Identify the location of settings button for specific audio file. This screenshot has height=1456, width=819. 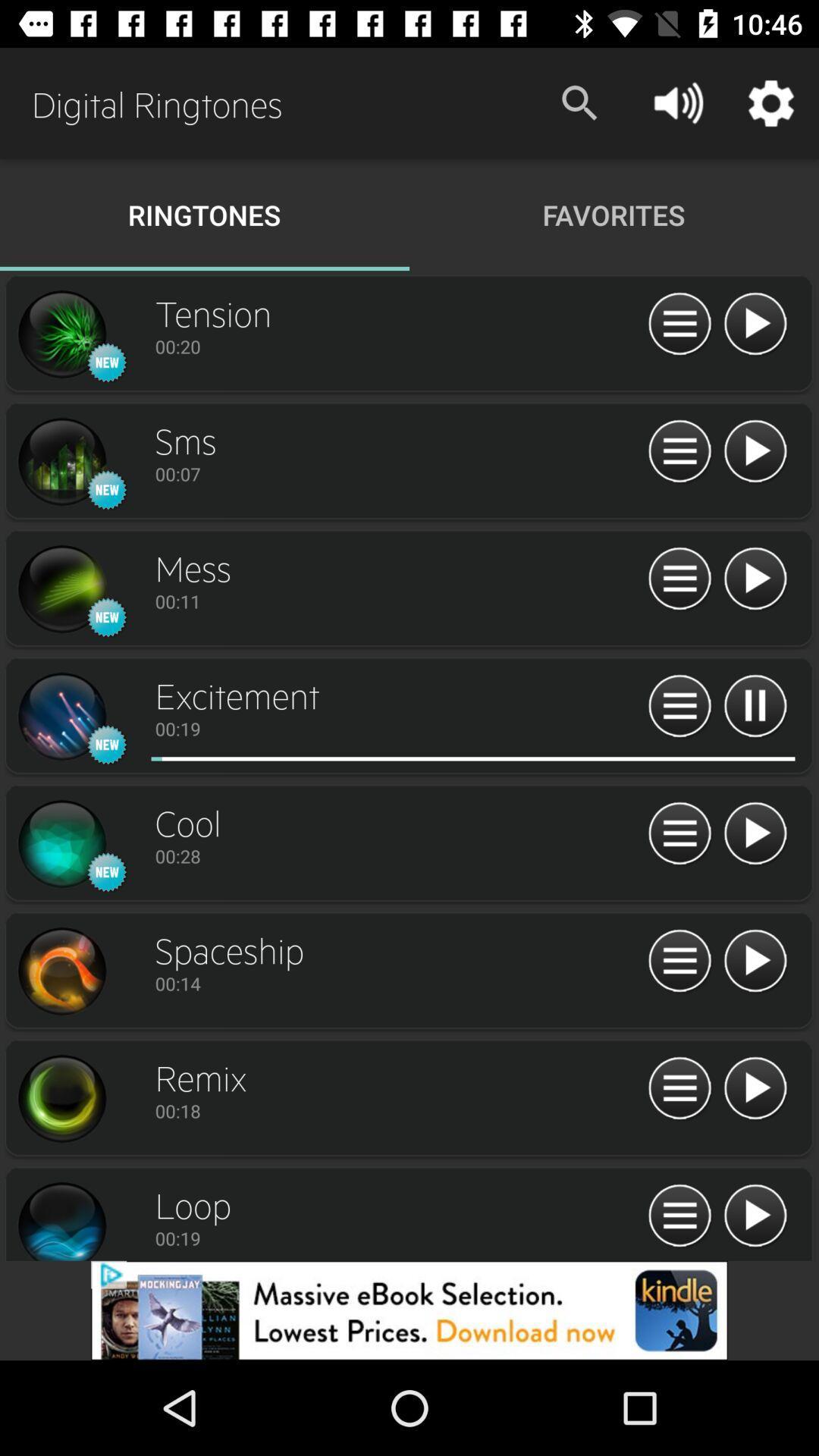
(679, 579).